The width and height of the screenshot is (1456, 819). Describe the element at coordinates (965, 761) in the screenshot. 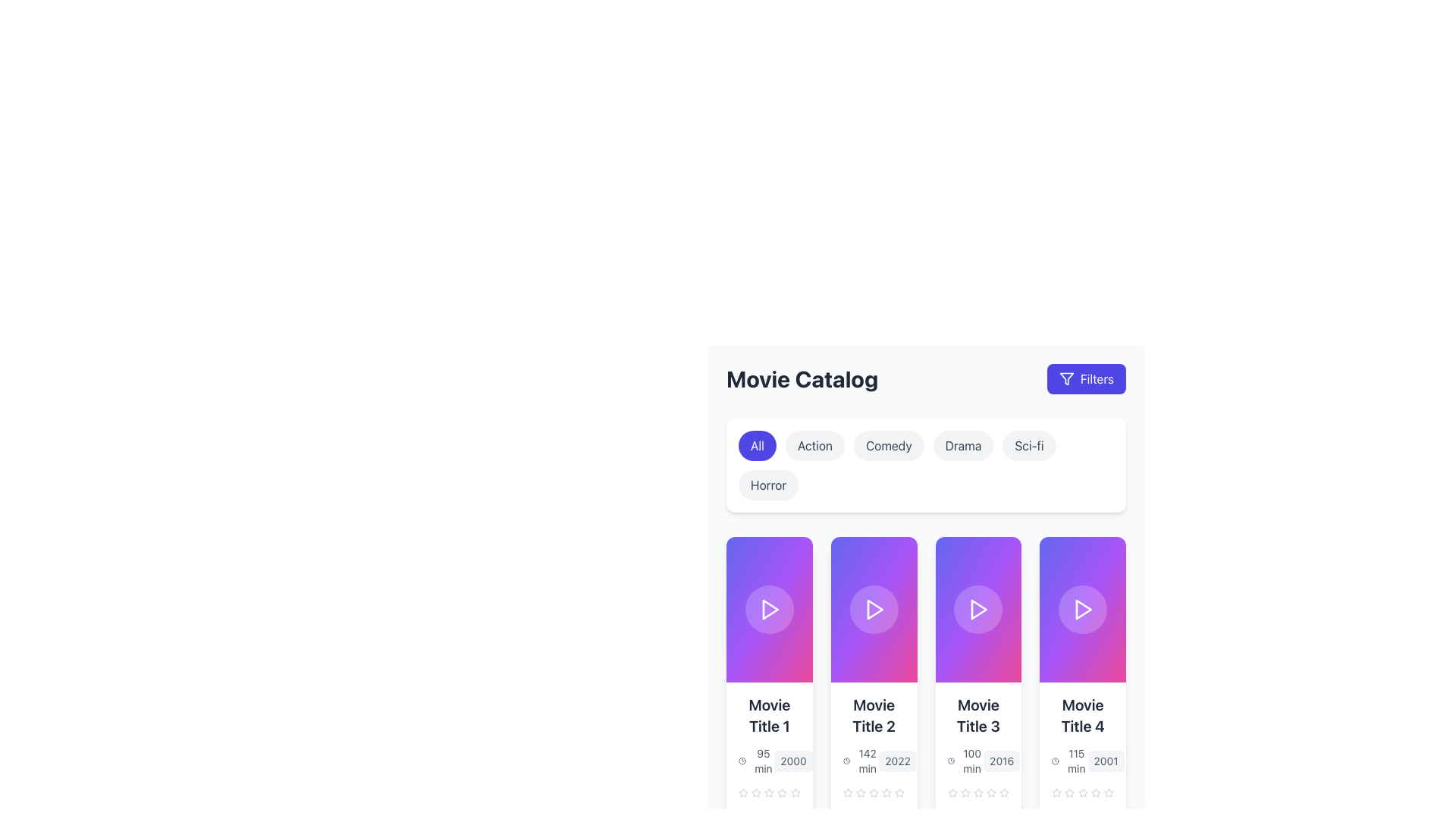

I see `duration displayed in the text label with an icon indicative of time located at the bottom section of the card for 'Movie Title 3', just above the rating stars and left of the year '2016'` at that location.